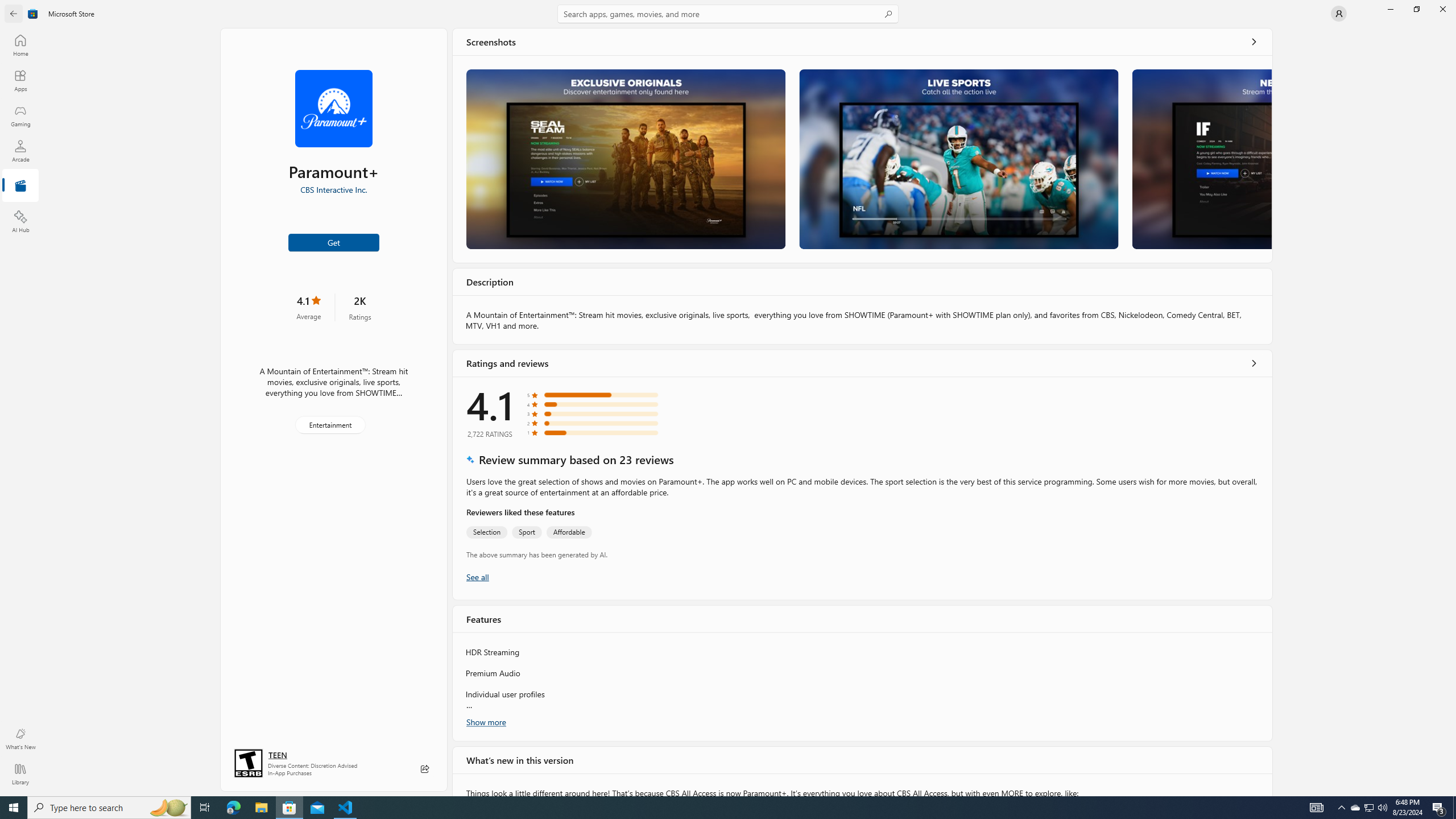 This screenshot has width=1456, height=819. Describe the element at coordinates (19, 44) in the screenshot. I see `'Home'` at that location.